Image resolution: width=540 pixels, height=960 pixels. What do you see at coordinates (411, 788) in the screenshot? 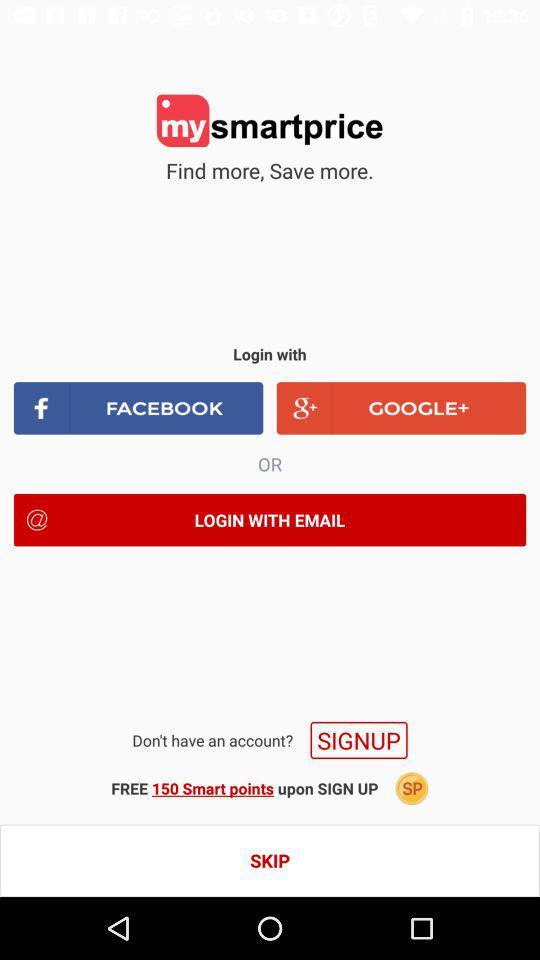
I see `the item to the right of free 150 smart` at bounding box center [411, 788].